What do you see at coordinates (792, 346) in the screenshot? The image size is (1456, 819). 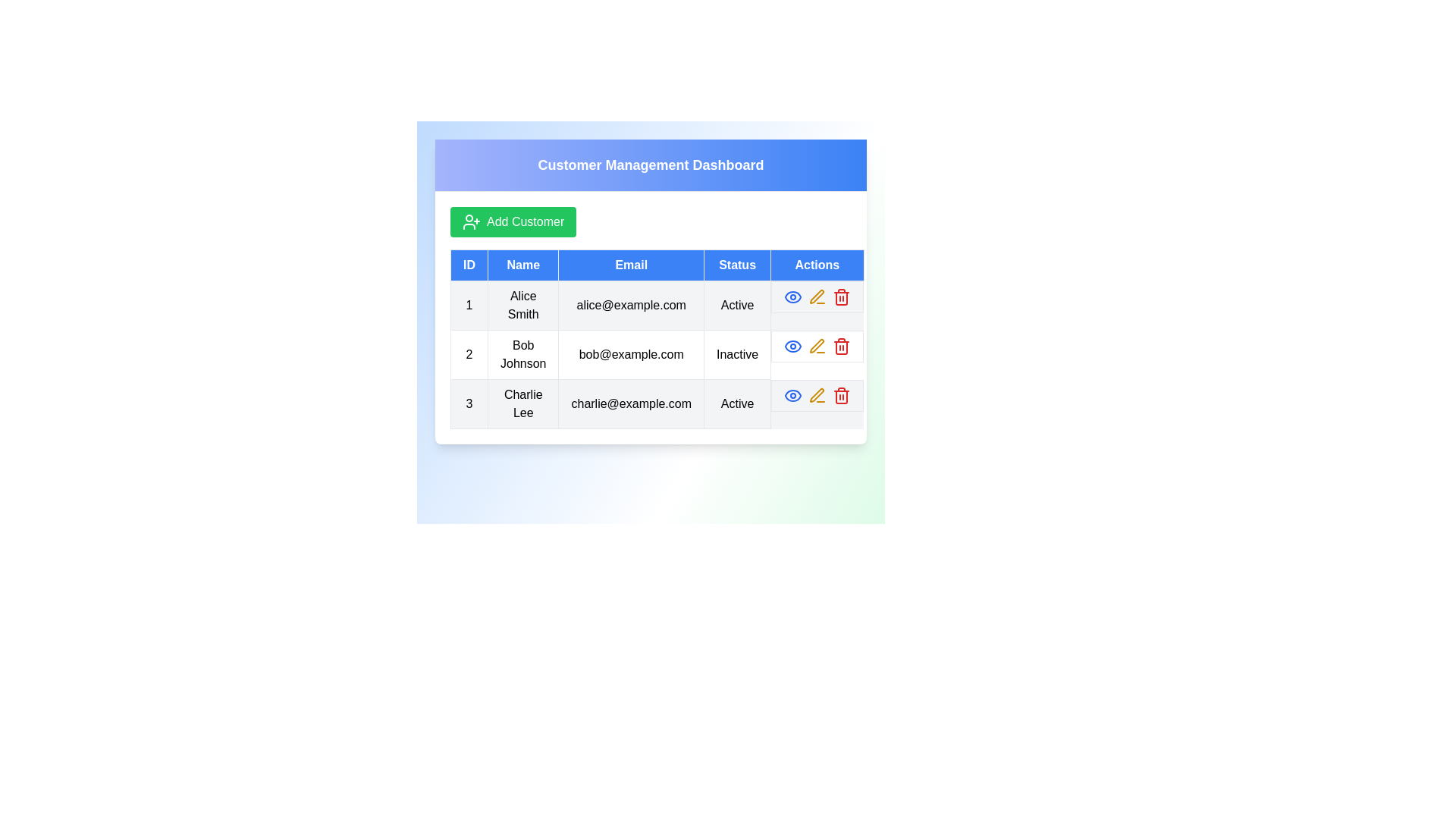 I see `the 'Eye' icon for the customer with ID 2` at bounding box center [792, 346].